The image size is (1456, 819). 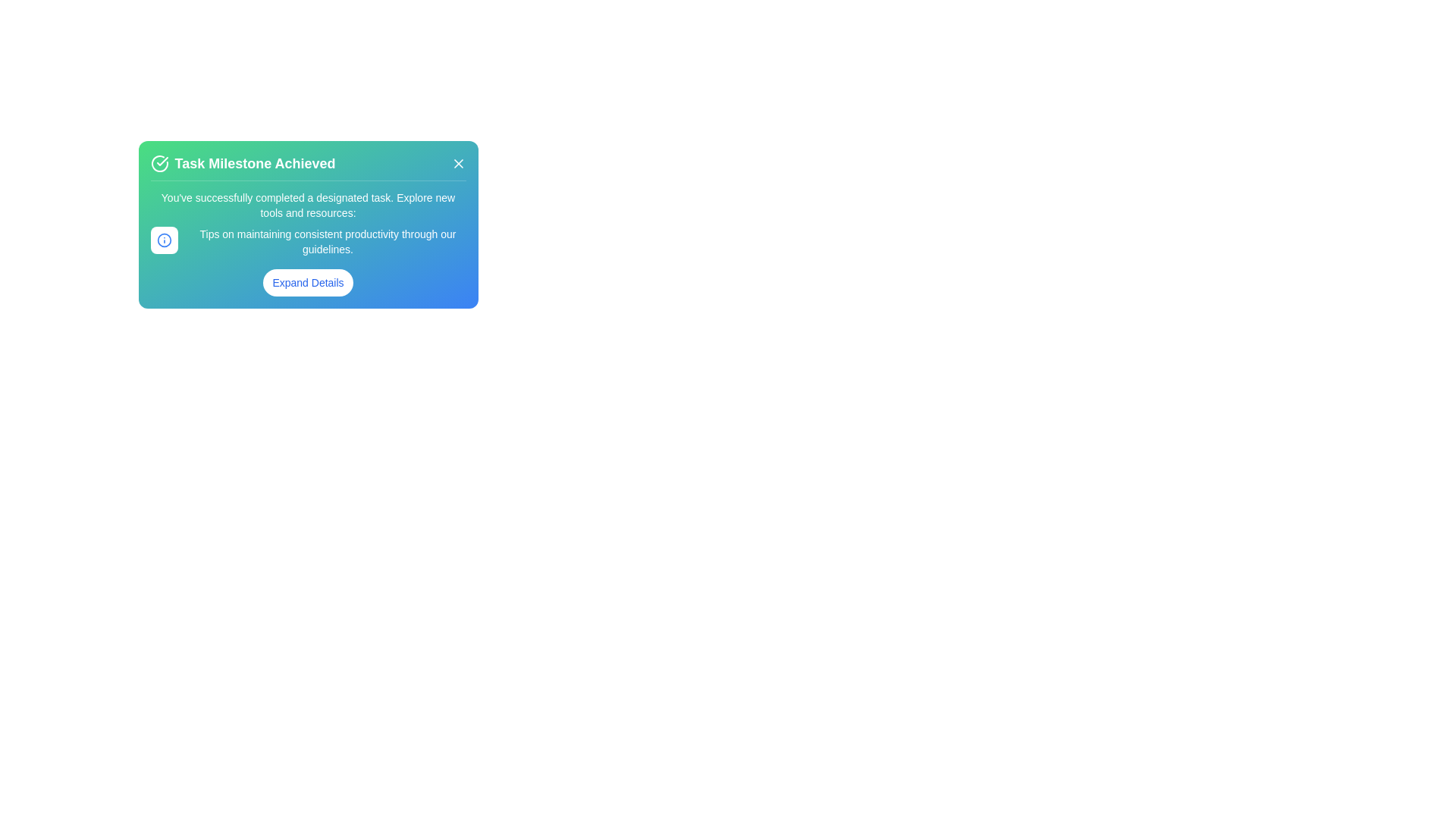 What do you see at coordinates (164, 239) in the screenshot?
I see `the information icon to trigger a tooltip or similar effect` at bounding box center [164, 239].